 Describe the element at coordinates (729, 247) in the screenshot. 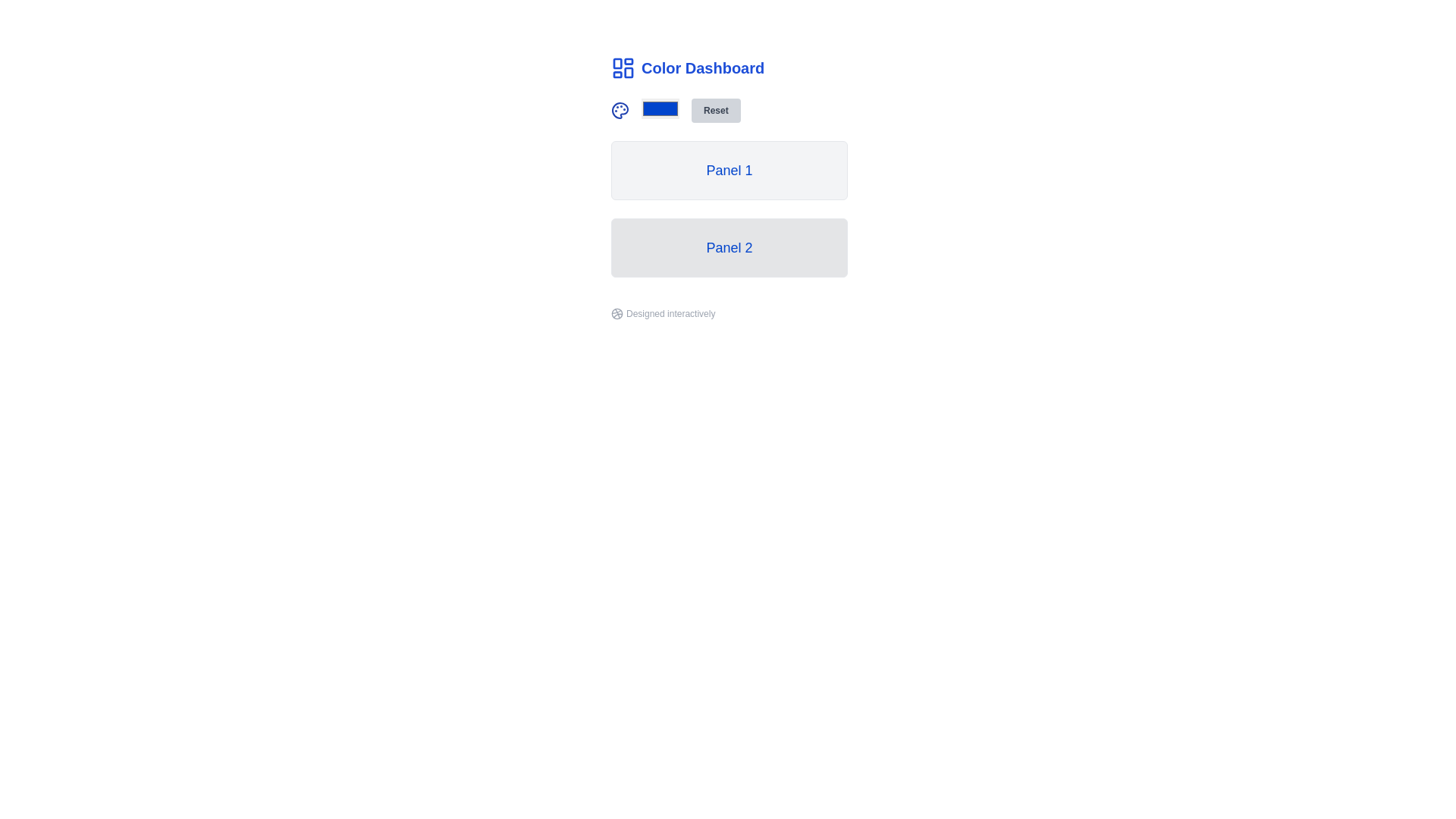

I see `the rectangular panel with rounded corners and a blue text label reading 'Panel 2' to interact with it` at that location.